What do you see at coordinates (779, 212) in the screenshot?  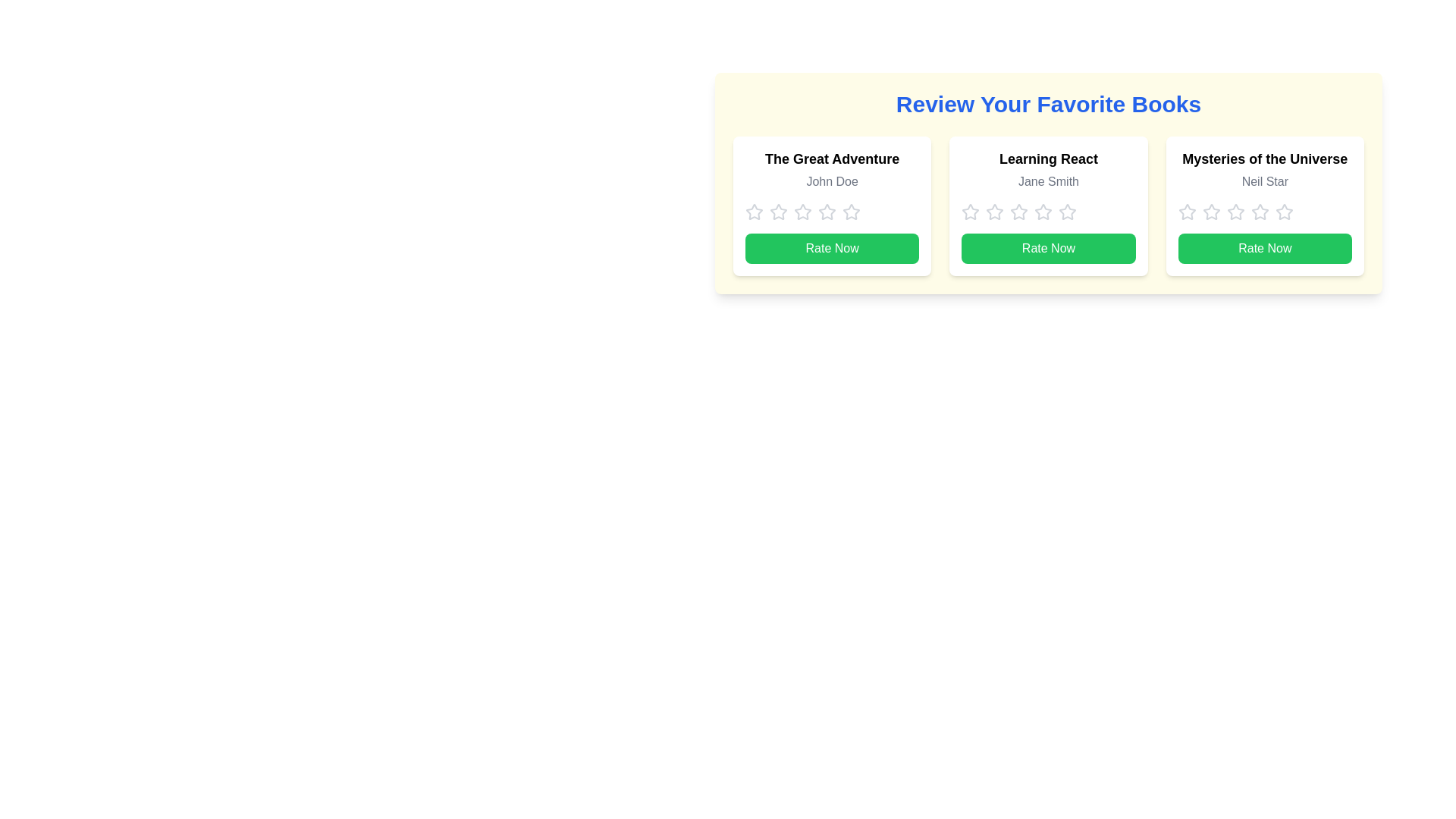 I see `the second star in the rating system` at bounding box center [779, 212].